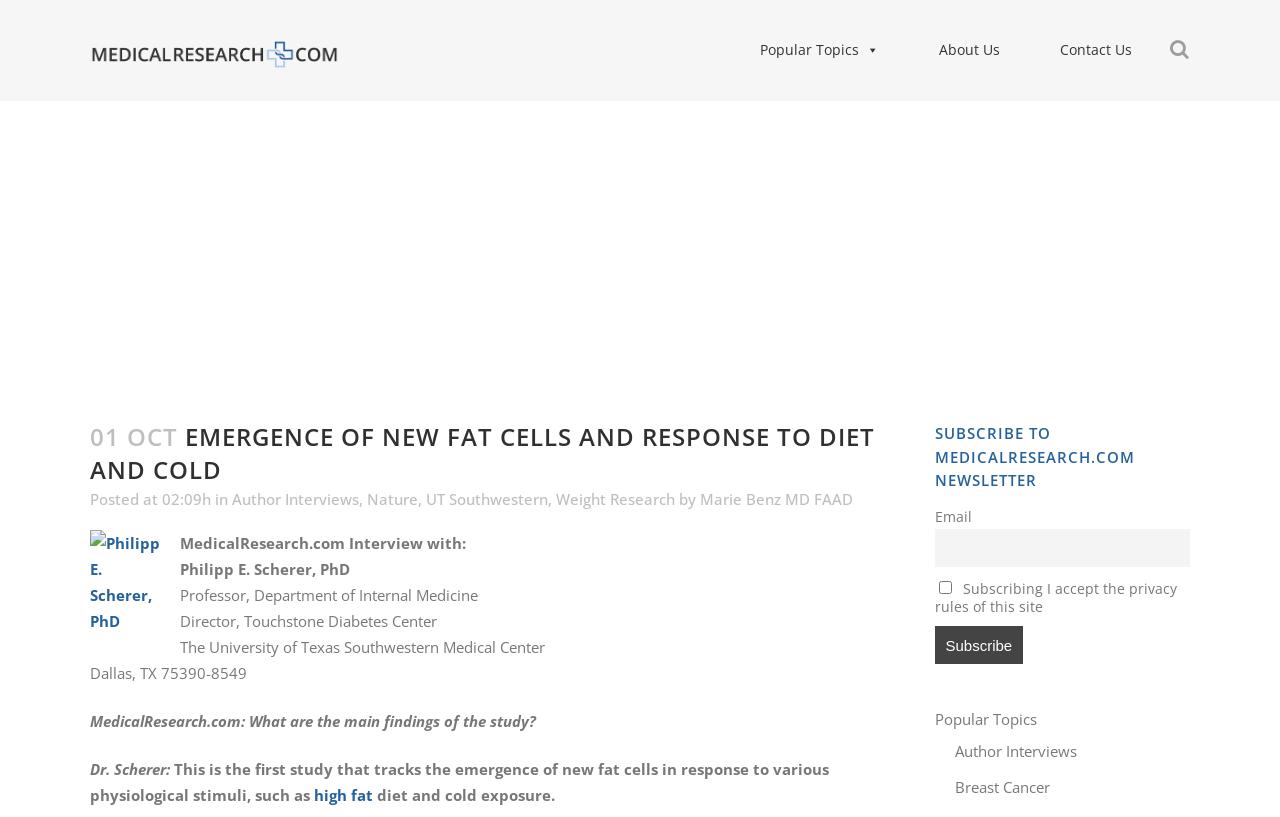  What do you see at coordinates (392, 498) in the screenshot?
I see `'Nature'` at bounding box center [392, 498].